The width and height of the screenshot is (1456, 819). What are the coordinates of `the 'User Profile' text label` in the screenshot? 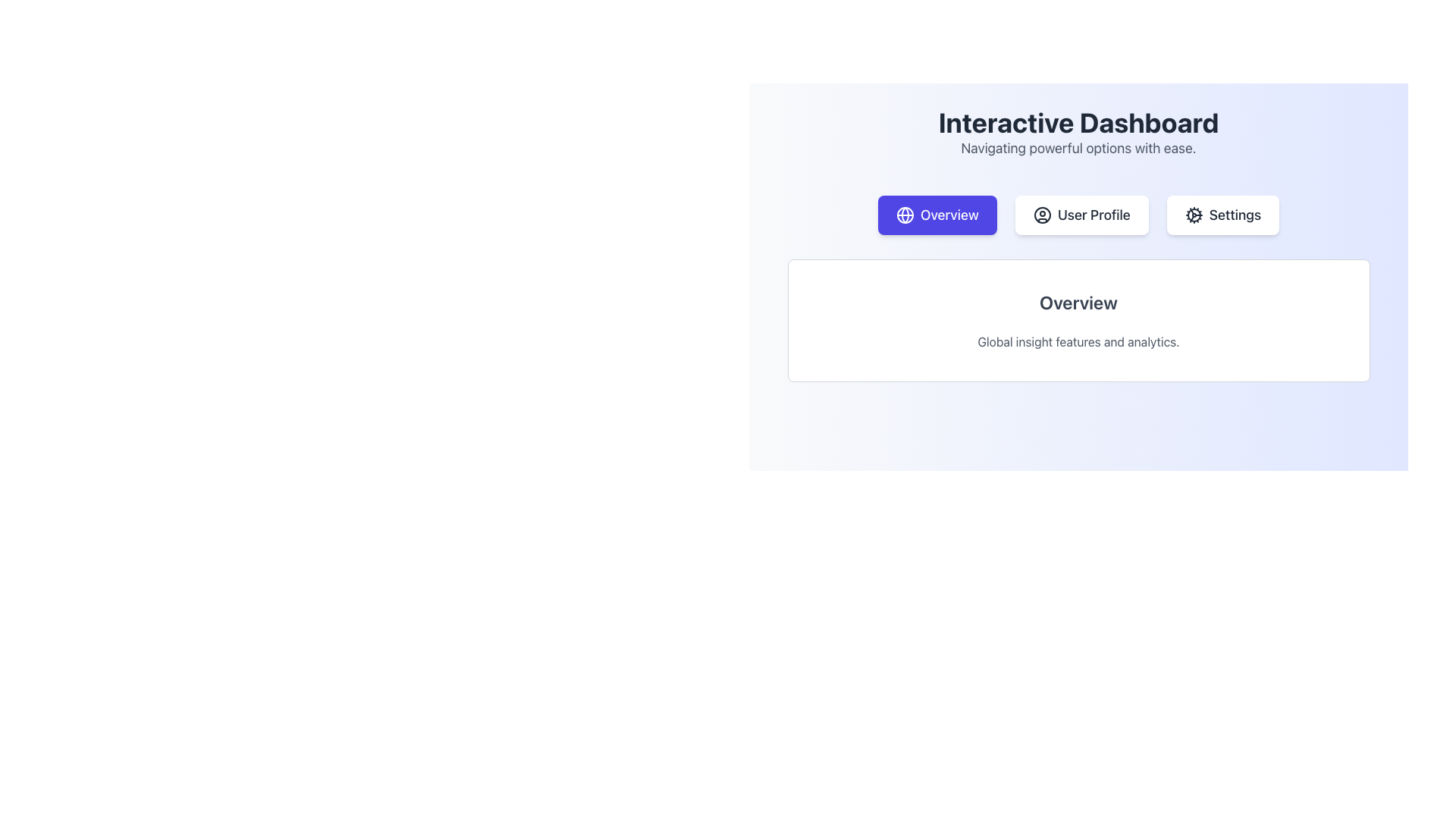 It's located at (1094, 215).